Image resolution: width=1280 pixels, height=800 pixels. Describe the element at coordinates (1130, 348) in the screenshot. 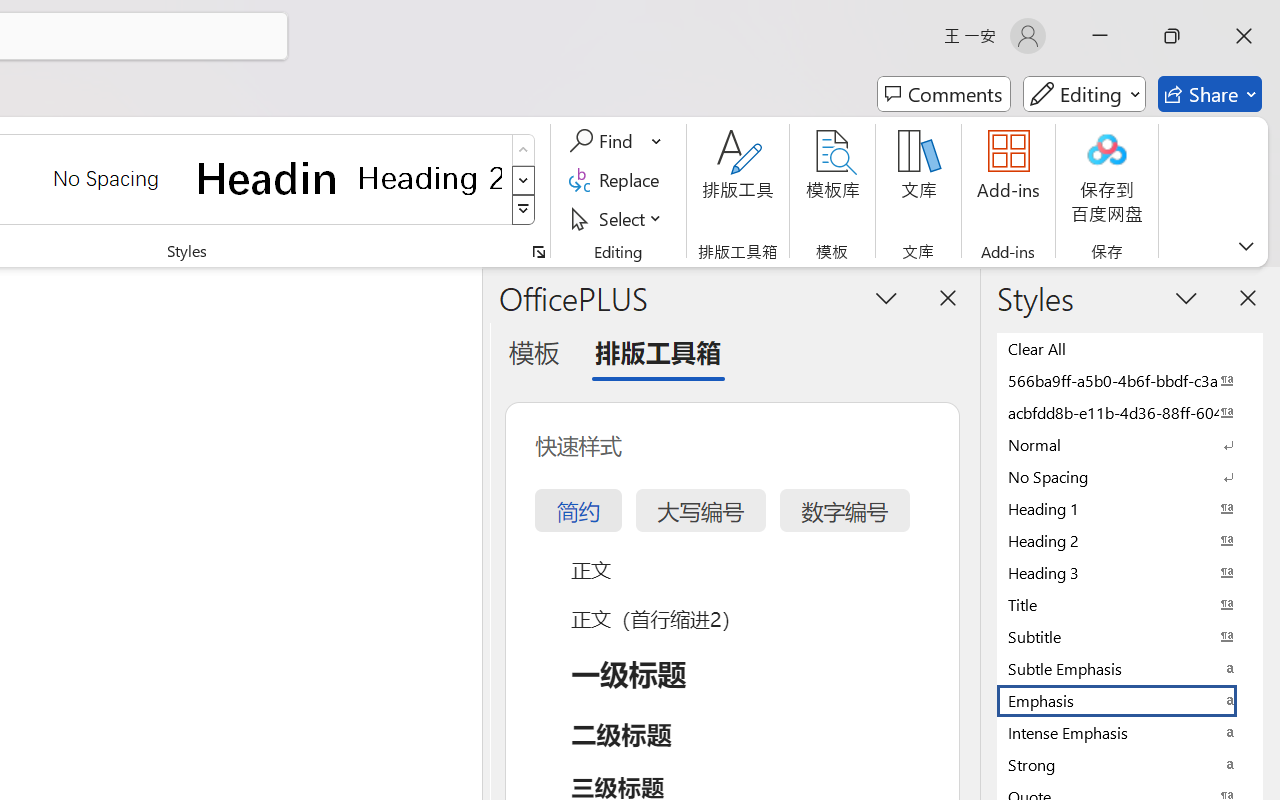

I see `'Clear All'` at that location.